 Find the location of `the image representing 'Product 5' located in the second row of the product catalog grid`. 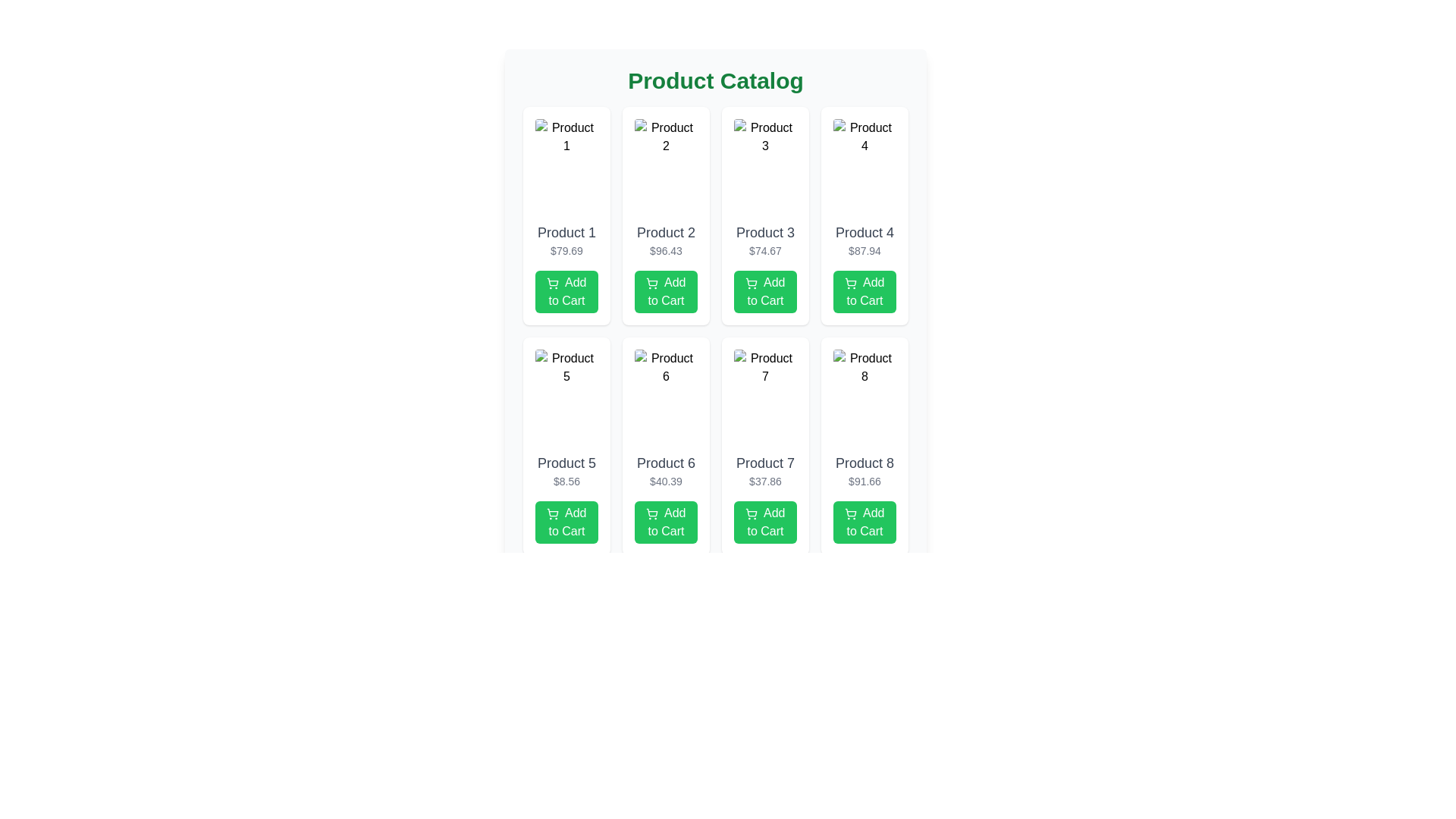

the image representing 'Product 5' located in the second row of the product catalog grid is located at coordinates (566, 397).